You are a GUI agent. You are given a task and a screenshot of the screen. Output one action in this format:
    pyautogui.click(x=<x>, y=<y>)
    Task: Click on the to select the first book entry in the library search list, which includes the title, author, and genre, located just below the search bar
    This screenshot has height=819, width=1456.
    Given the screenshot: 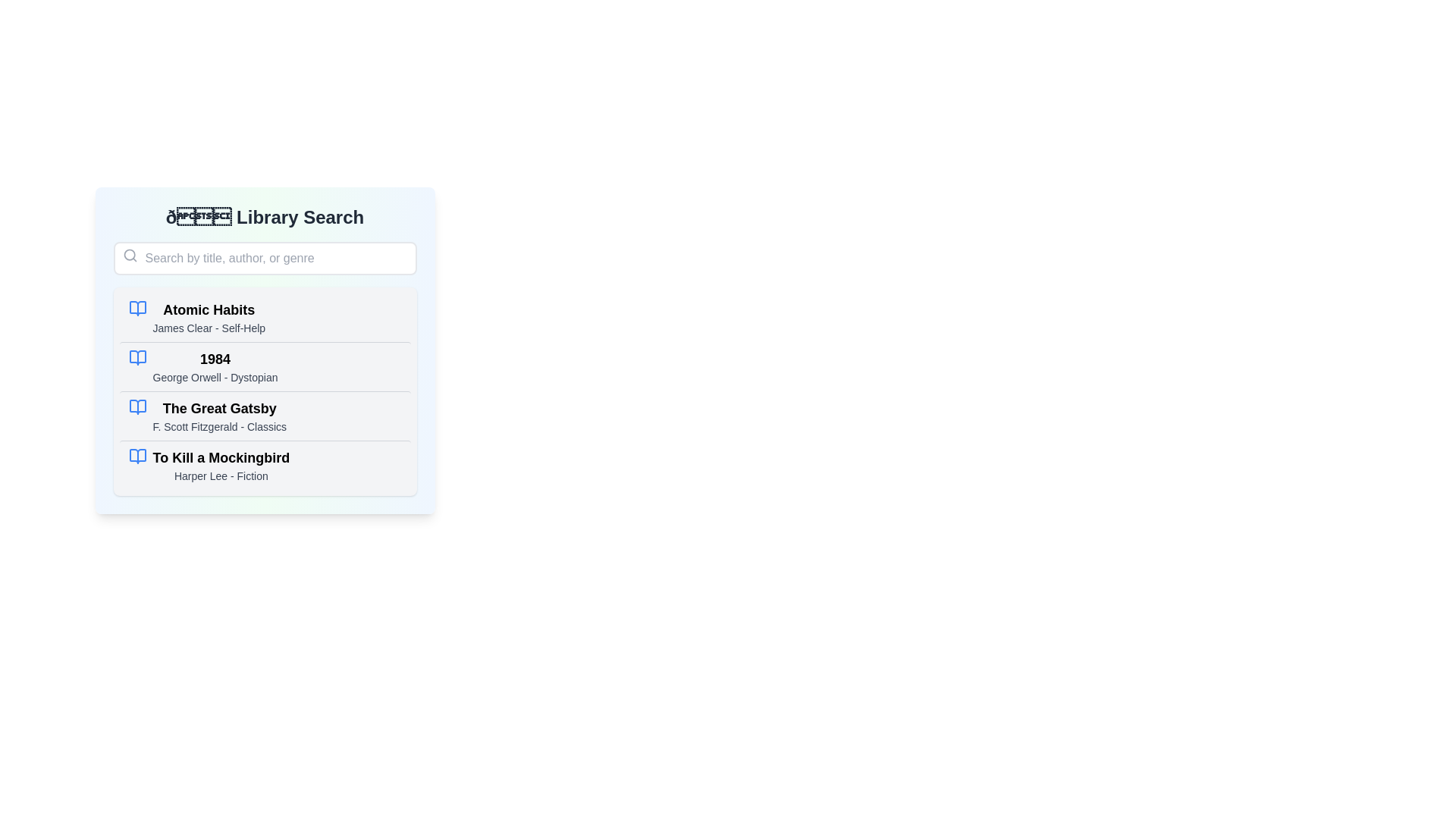 What is the action you would take?
    pyautogui.click(x=208, y=317)
    